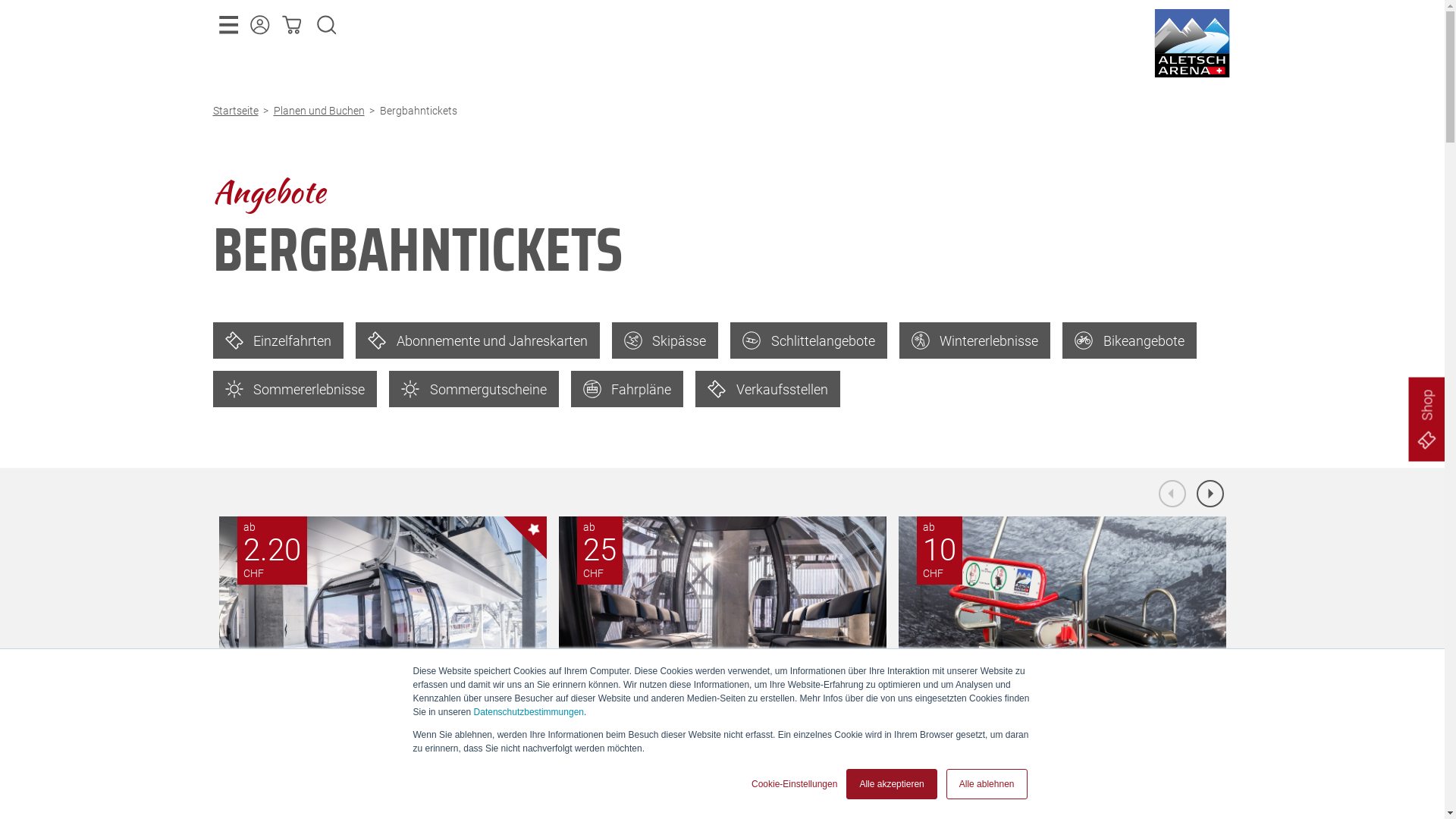  I want to click on 'Cookie-Einstellungen', so click(793, 783).